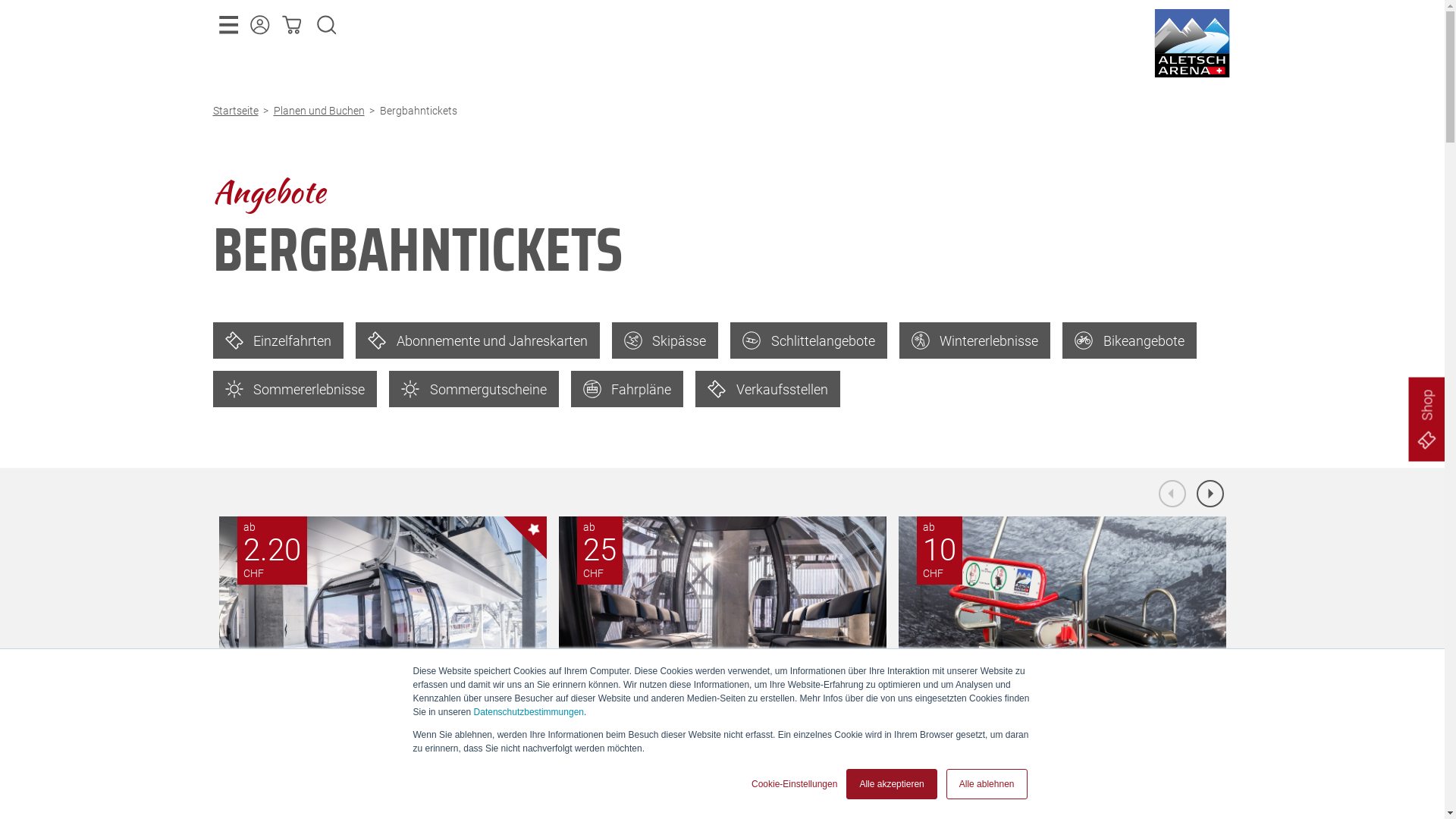  I want to click on 'Cookie-Einstellungen', so click(793, 783).